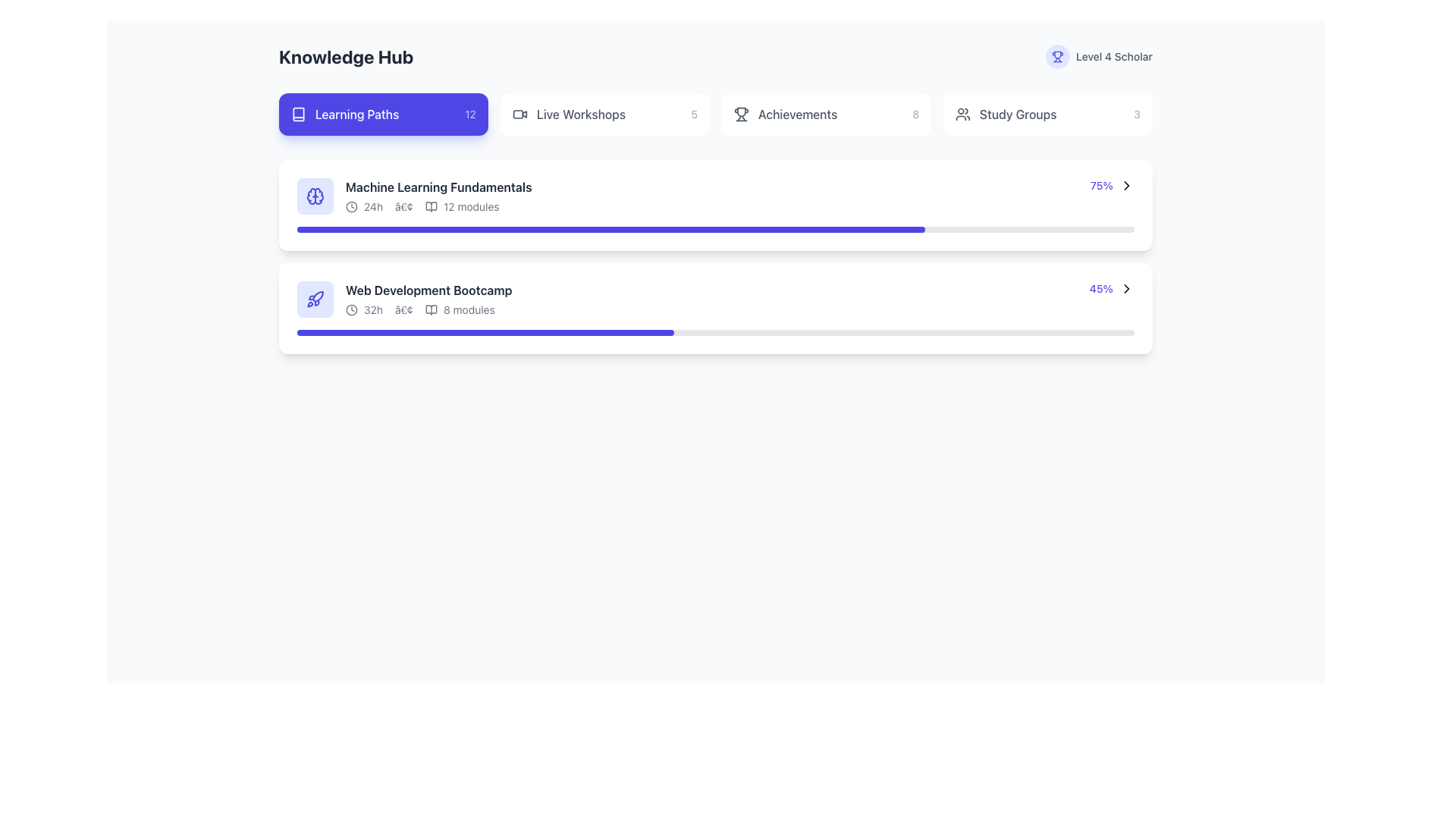  I want to click on the title of the first learning module in the 'Learning Paths' section, so click(414, 195).